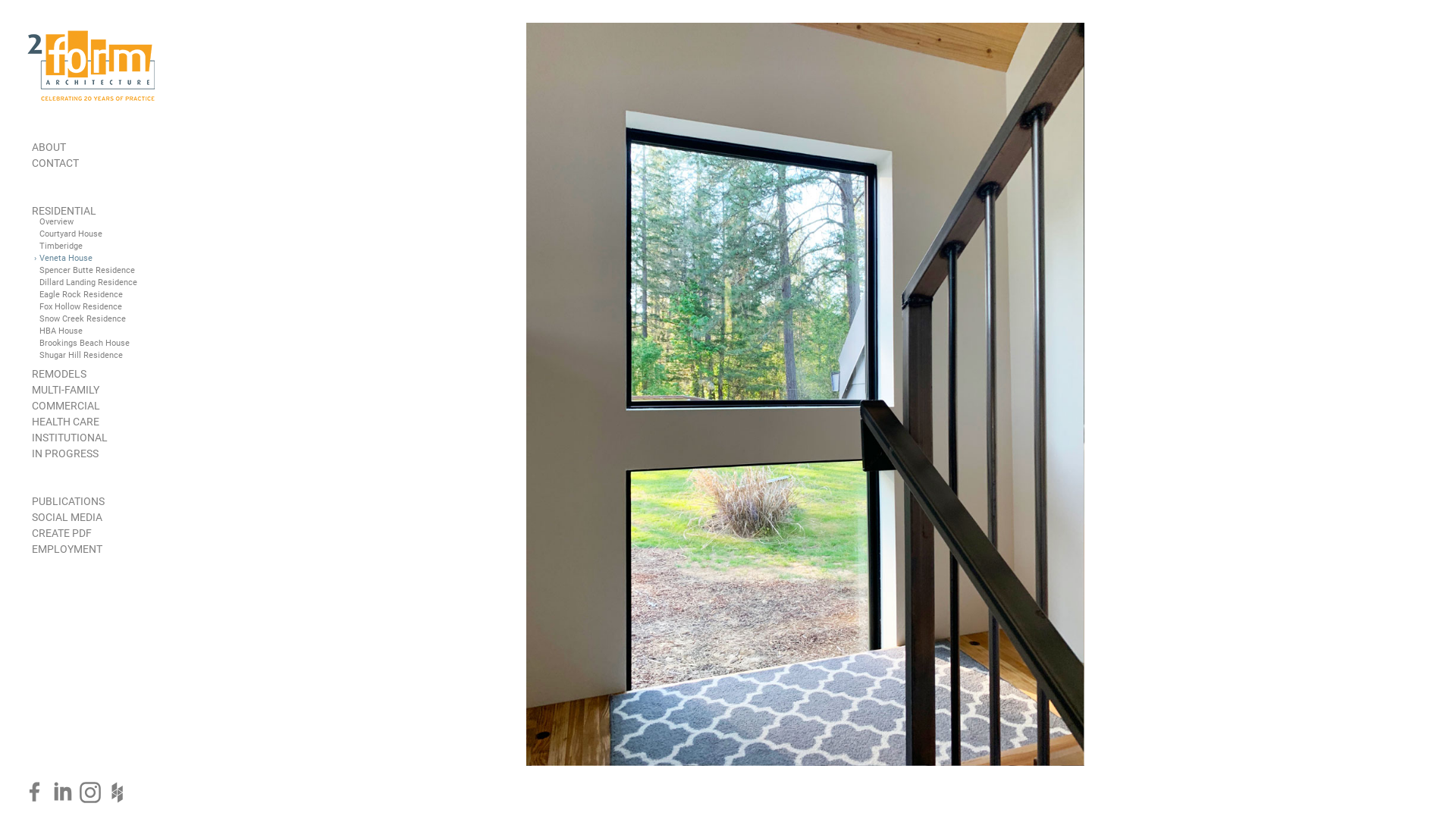  What do you see at coordinates (32, 516) in the screenshot?
I see `'SOCIAL MEDIA'` at bounding box center [32, 516].